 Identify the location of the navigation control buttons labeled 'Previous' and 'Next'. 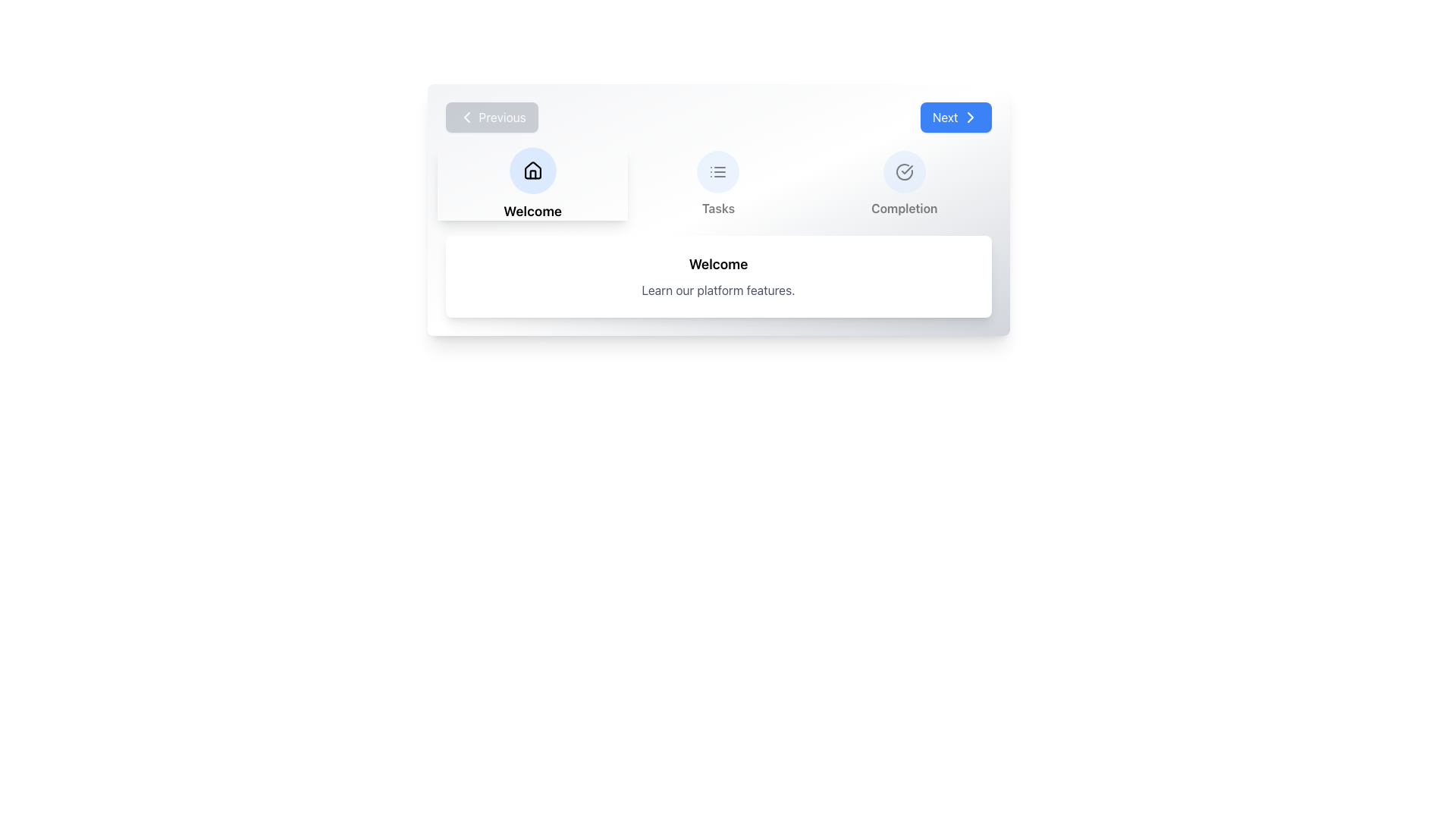
(717, 116).